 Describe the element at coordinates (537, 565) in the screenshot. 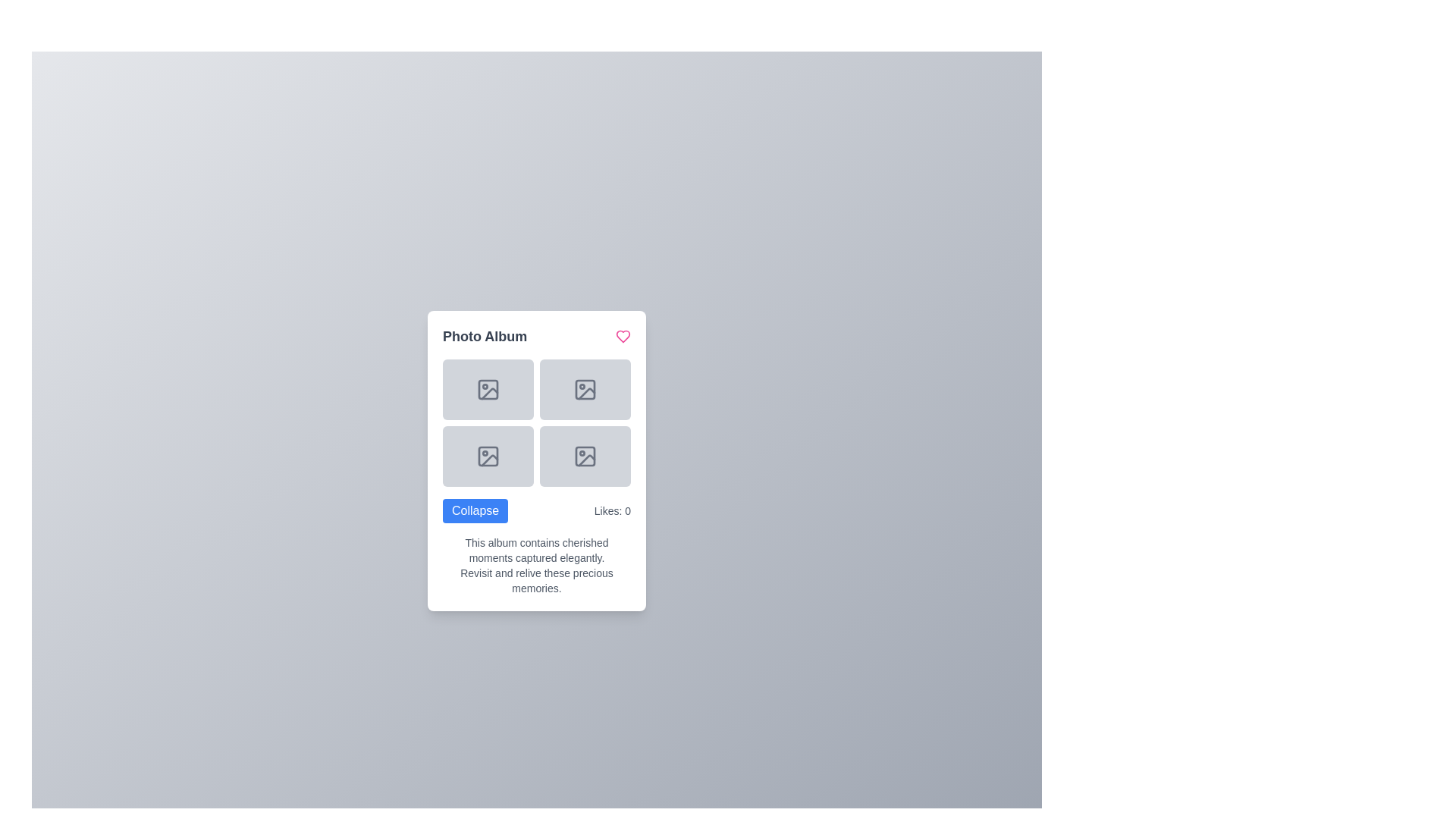

I see `the static text label located at the bottom of the 'Photo Album' card, which provides a nostalgic description of the album's content` at that location.